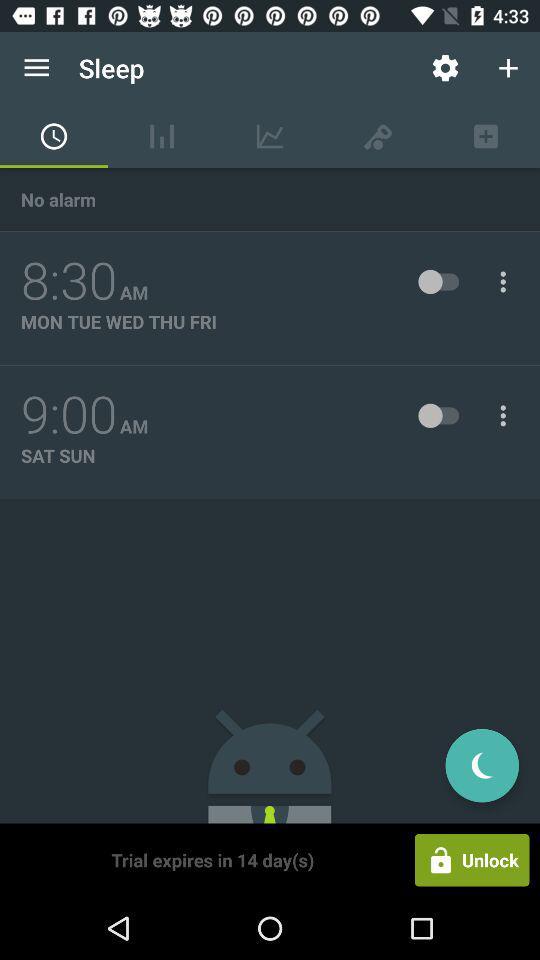  Describe the element at coordinates (68, 414) in the screenshot. I see `the 9:00 item` at that location.